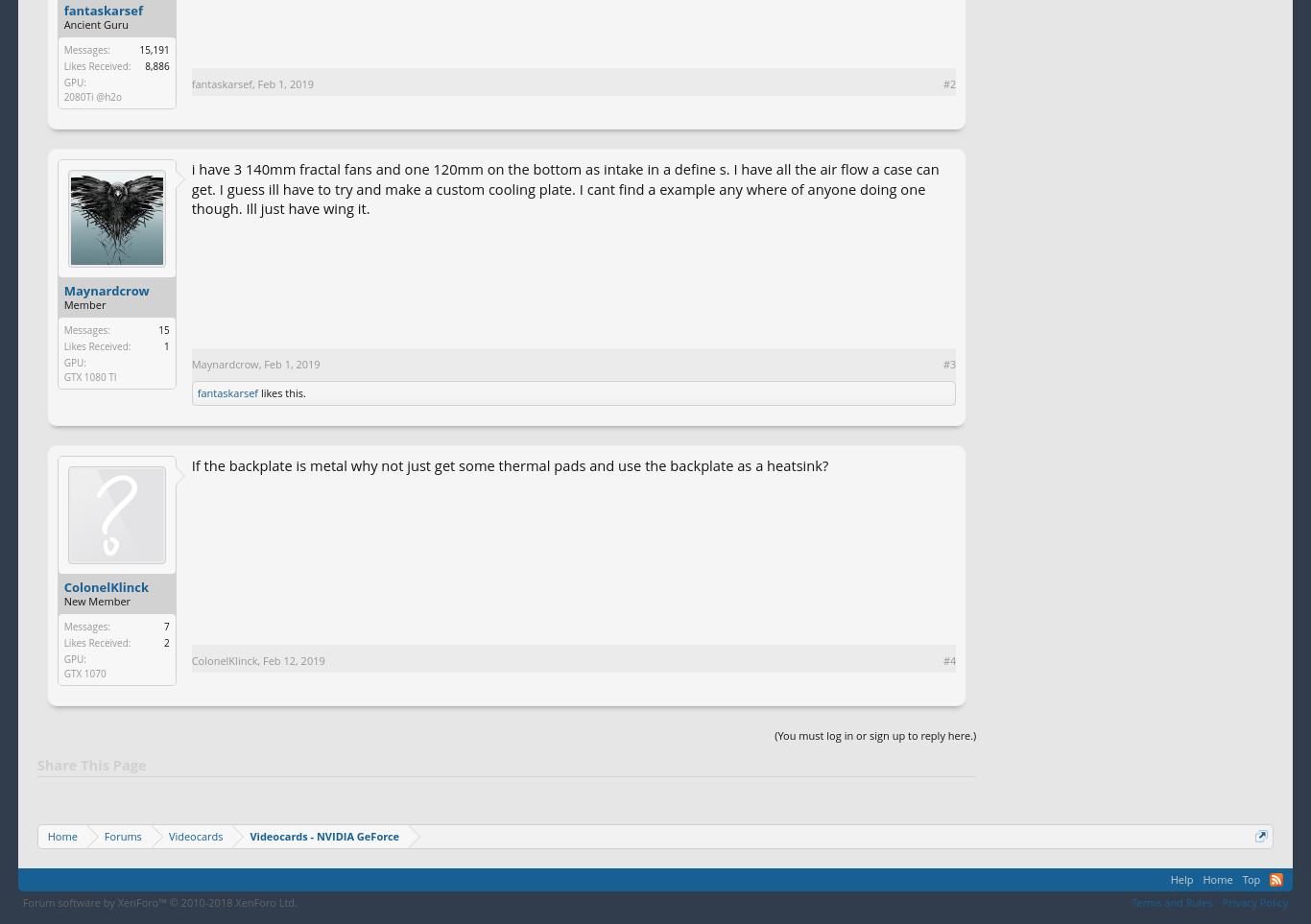 The width and height of the screenshot is (1311, 924). I want to click on '7', so click(164, 626).